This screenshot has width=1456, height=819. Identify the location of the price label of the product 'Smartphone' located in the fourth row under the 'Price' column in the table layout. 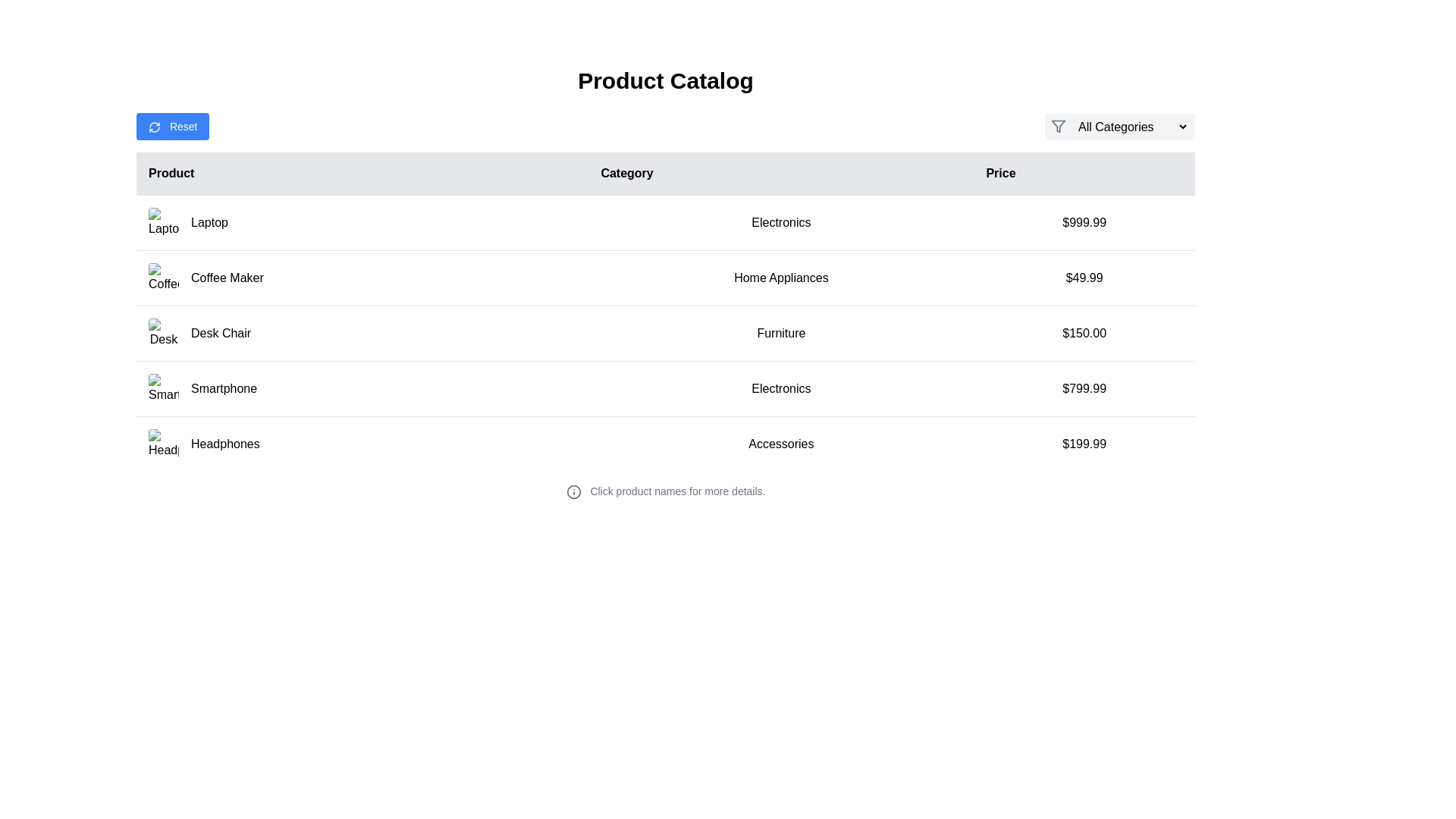
(1084, 388).